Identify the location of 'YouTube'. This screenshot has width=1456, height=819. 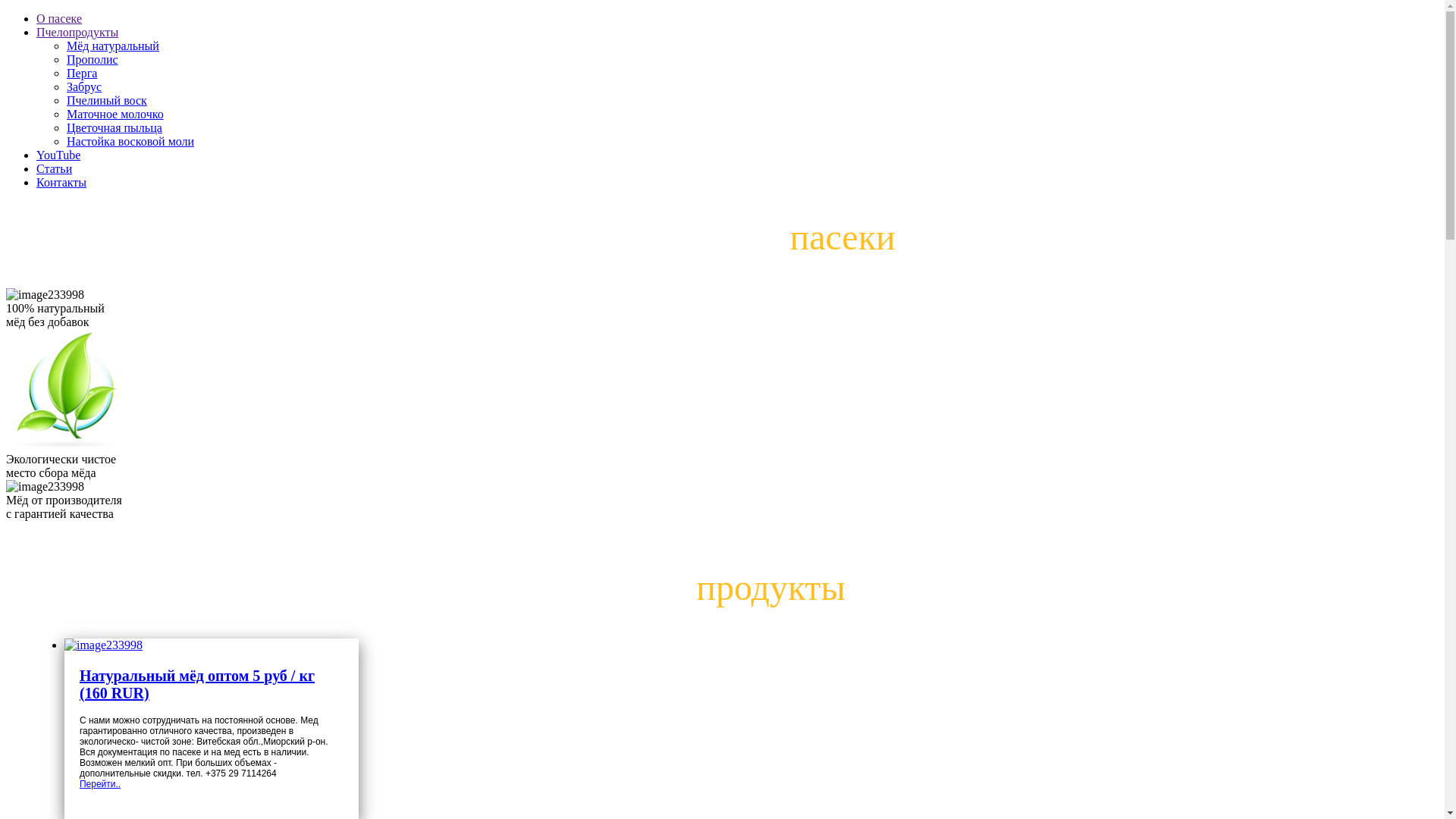
(58, 155).